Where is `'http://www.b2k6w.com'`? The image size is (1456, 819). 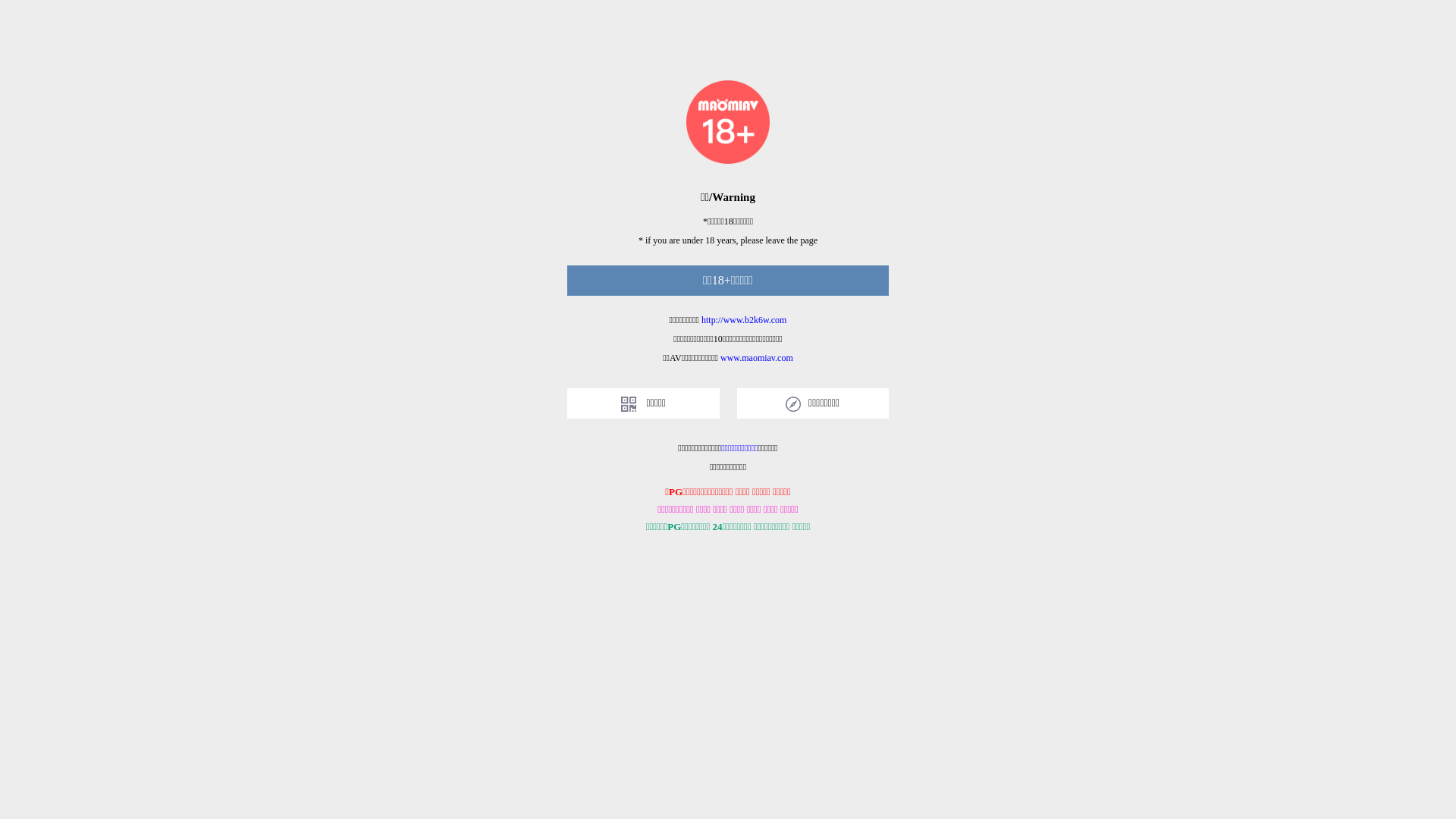 'http://www.b2k6w.com' is located at coordinates (743, 318).